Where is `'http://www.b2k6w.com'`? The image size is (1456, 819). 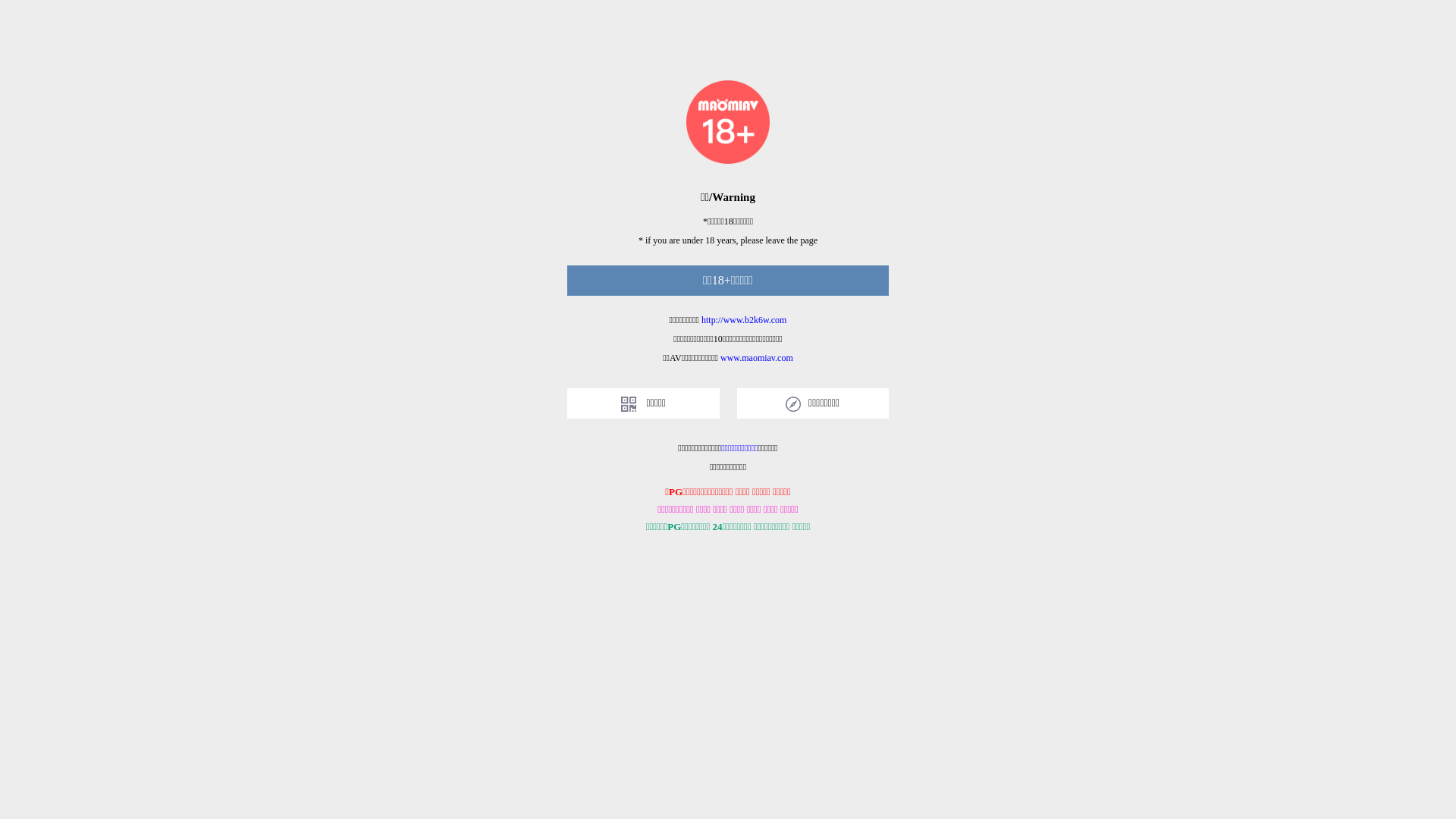 'http://www.b2k6w.com' is located at coordinates (743, 318).